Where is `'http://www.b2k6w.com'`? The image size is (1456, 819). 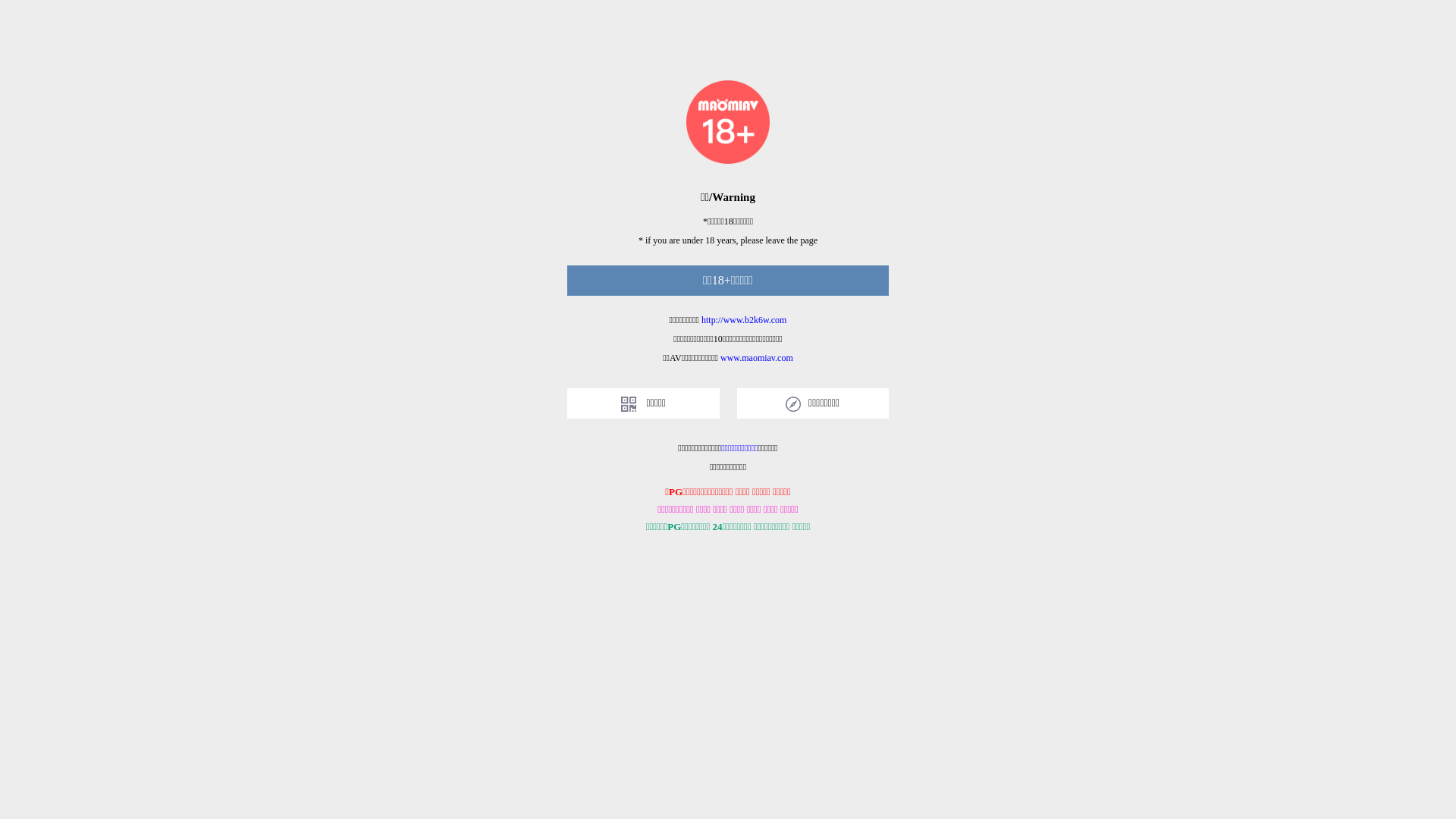 'http://www.b2k6w.com' is located at coordinates (743, 318).